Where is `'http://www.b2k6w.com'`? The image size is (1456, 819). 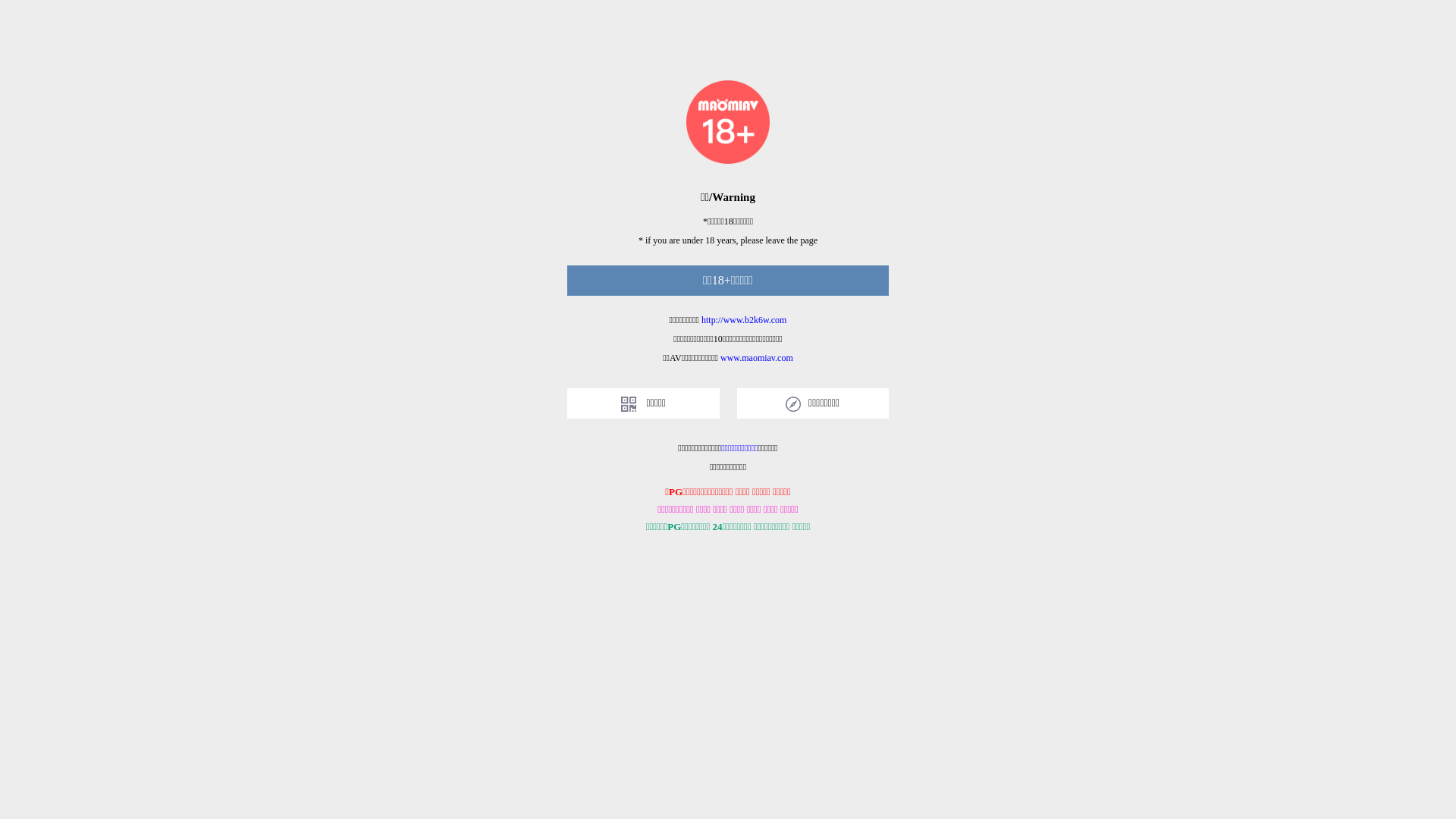 'http://www.b2k6w.com' is located at coordinates (743, 318).